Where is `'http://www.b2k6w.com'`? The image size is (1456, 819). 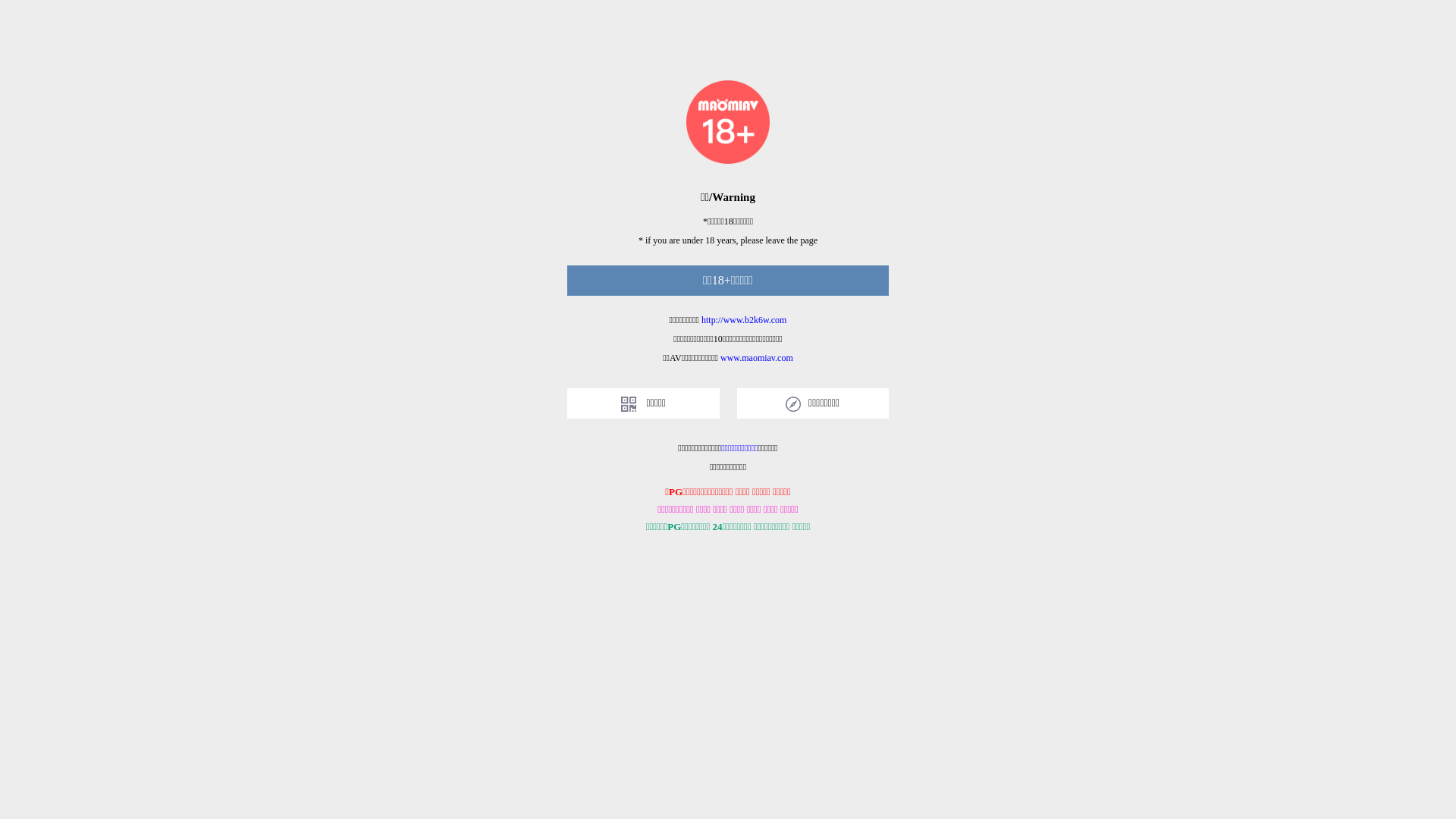 'http://www.b2k6w.com' is located at coordinates (743, 318).